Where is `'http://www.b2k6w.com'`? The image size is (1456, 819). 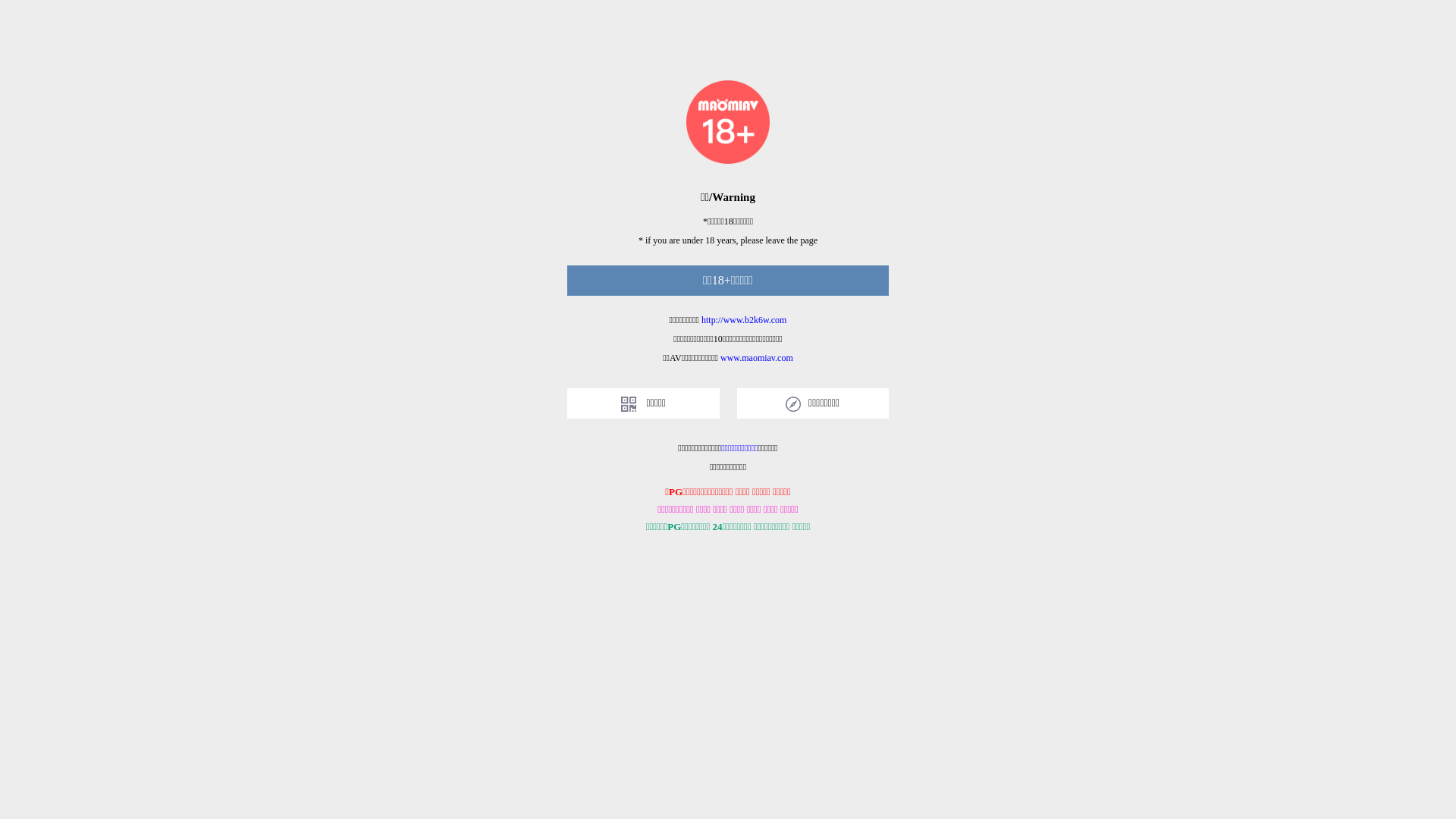 'http://www.b2k6w.com' is located at coordinates (743, 318).